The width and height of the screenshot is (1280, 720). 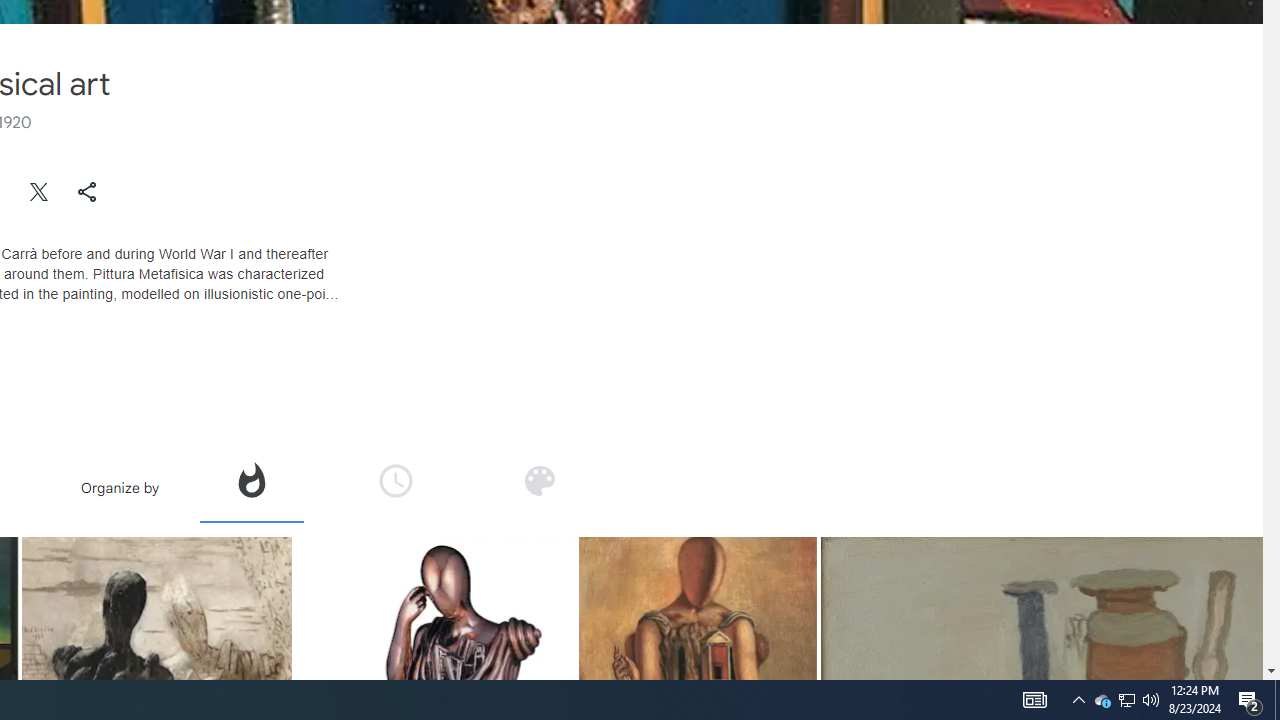 I want to click on 'Organize by popularity', so click(x=249, y=480).